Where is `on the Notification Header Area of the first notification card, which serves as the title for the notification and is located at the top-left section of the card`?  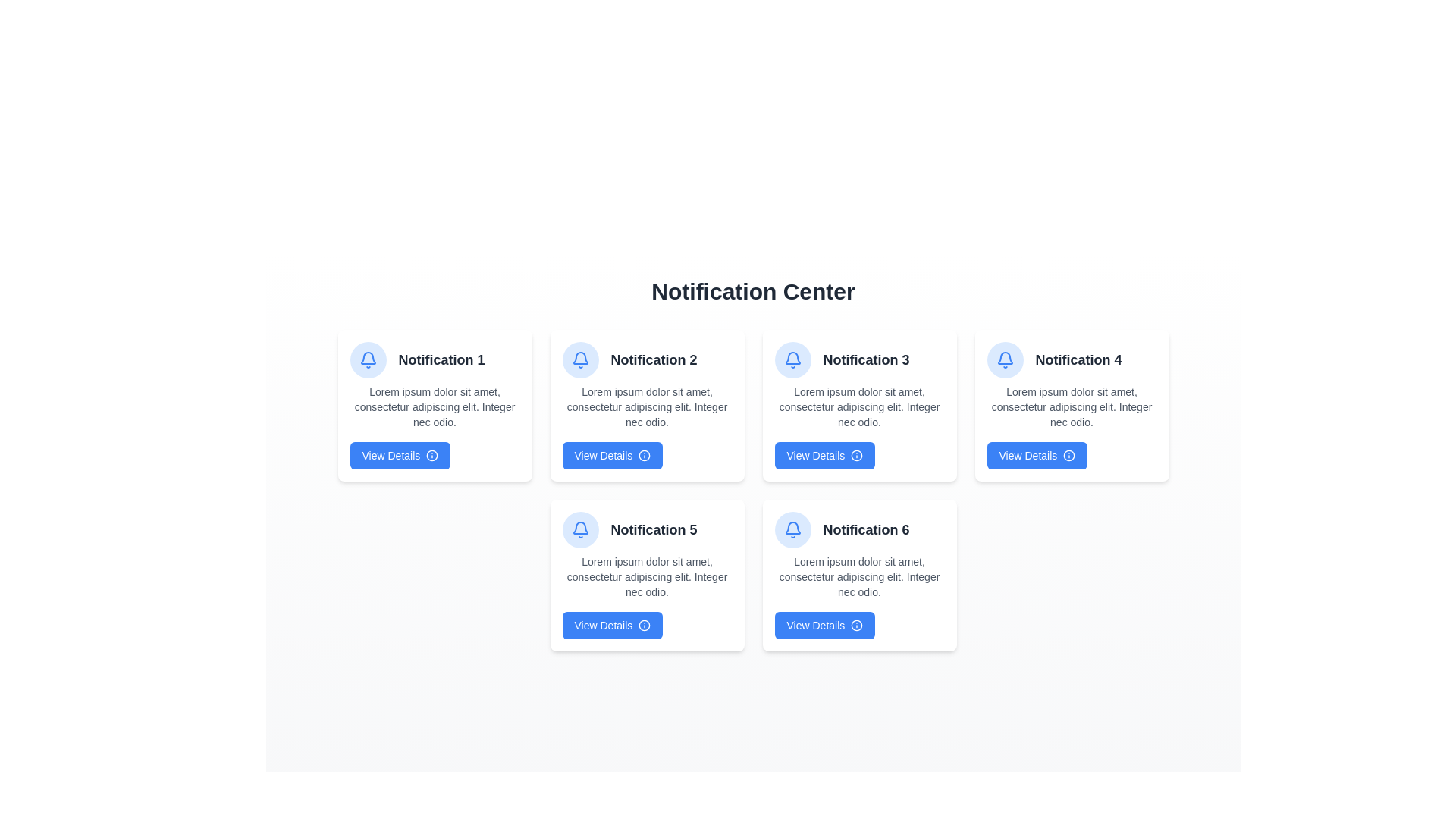
on the Notification Header Area of the first notification card, which serves as the title for the notification and is located at the top-left section of the card is located at coordinates (434, 359).